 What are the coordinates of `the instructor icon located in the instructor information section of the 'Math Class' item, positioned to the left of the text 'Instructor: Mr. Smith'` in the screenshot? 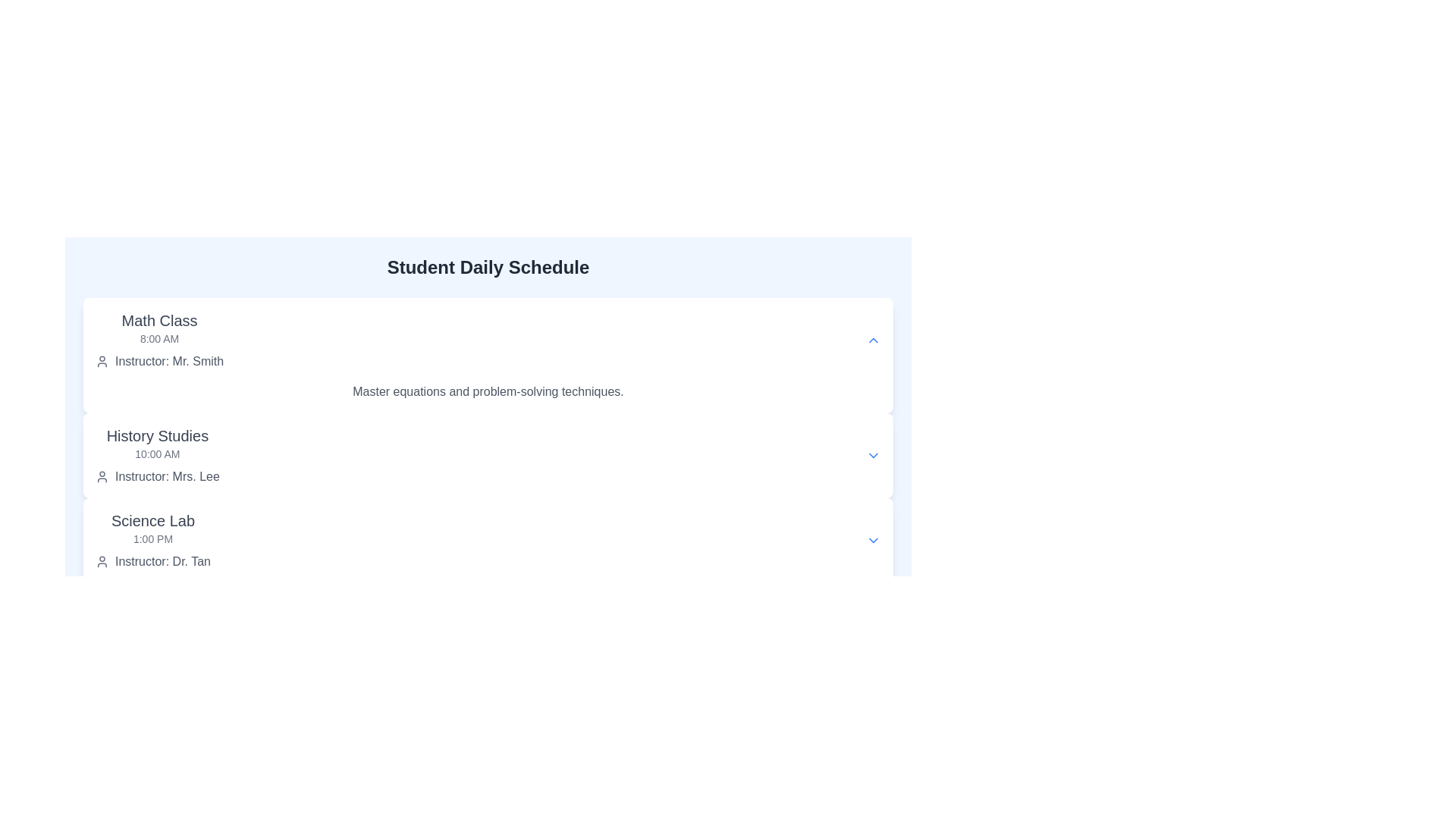 It's located at (101, 362).